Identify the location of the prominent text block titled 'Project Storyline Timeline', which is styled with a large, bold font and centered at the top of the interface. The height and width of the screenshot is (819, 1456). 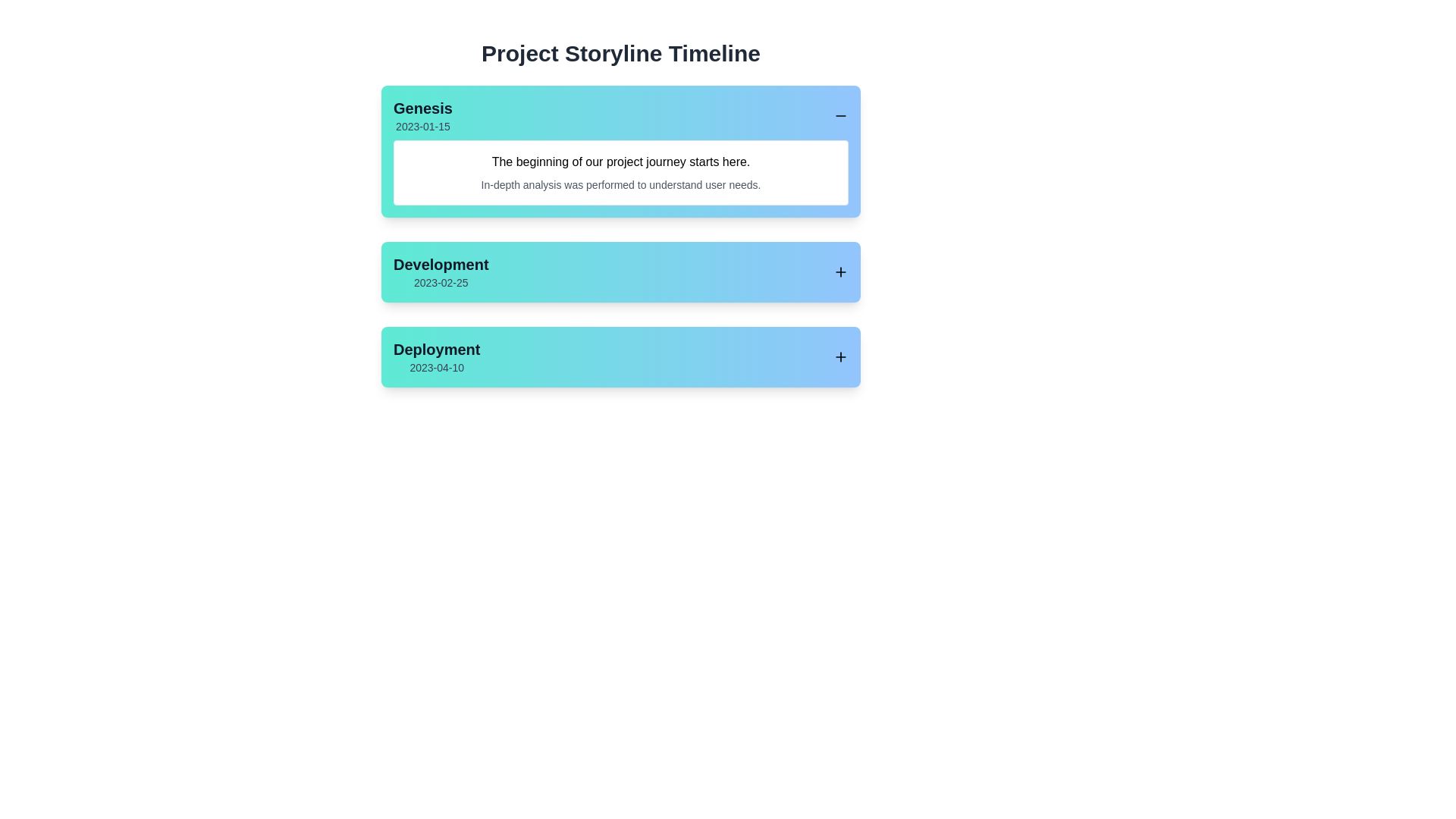
(621, 52).